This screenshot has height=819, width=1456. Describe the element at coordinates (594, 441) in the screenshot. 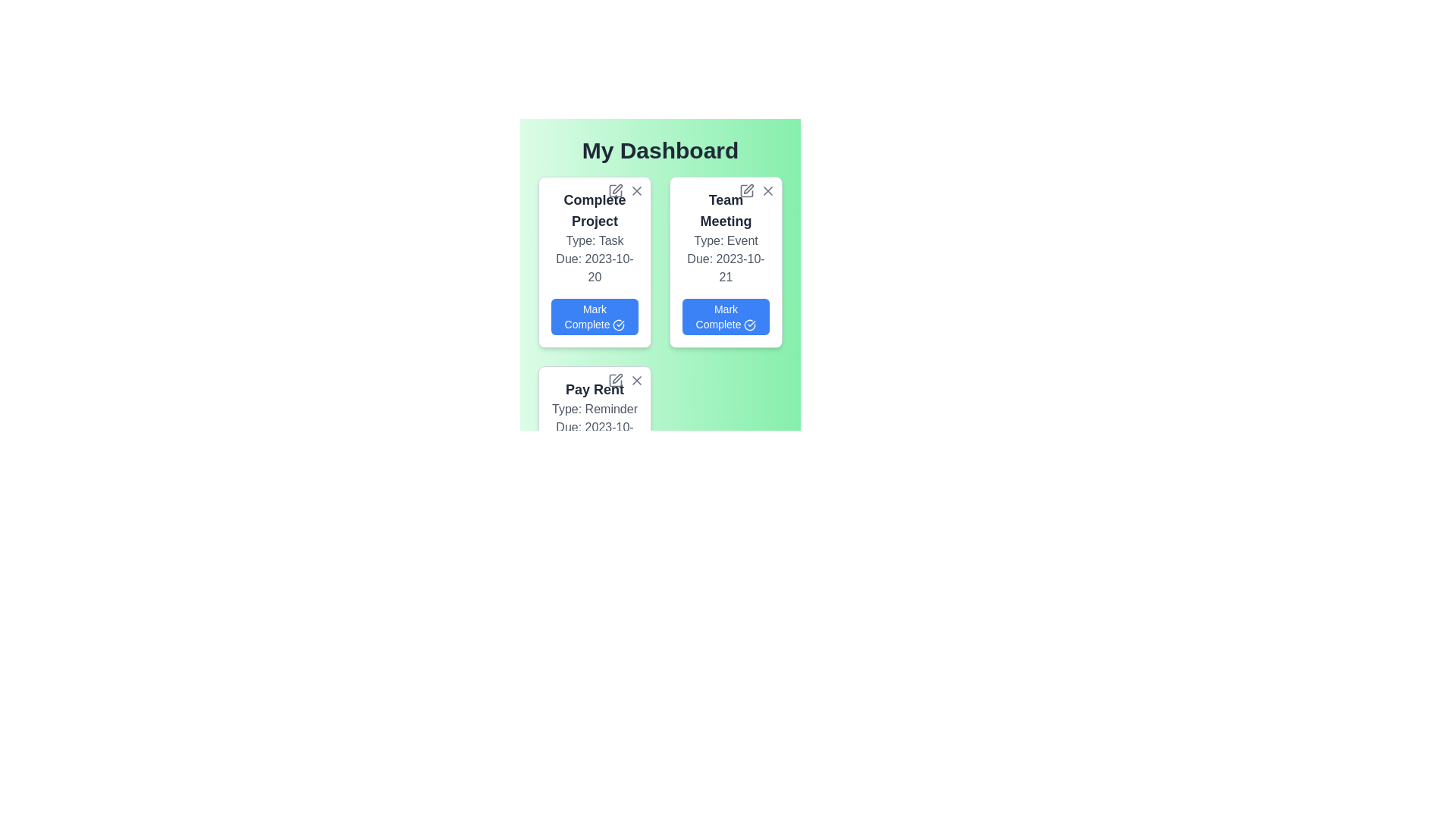

I see `the Task Summary Card that acts as a reminder for rent payment, positioned as the third card in the grid layout below 'Complete Project' and 'Team Meeting'` at that location.